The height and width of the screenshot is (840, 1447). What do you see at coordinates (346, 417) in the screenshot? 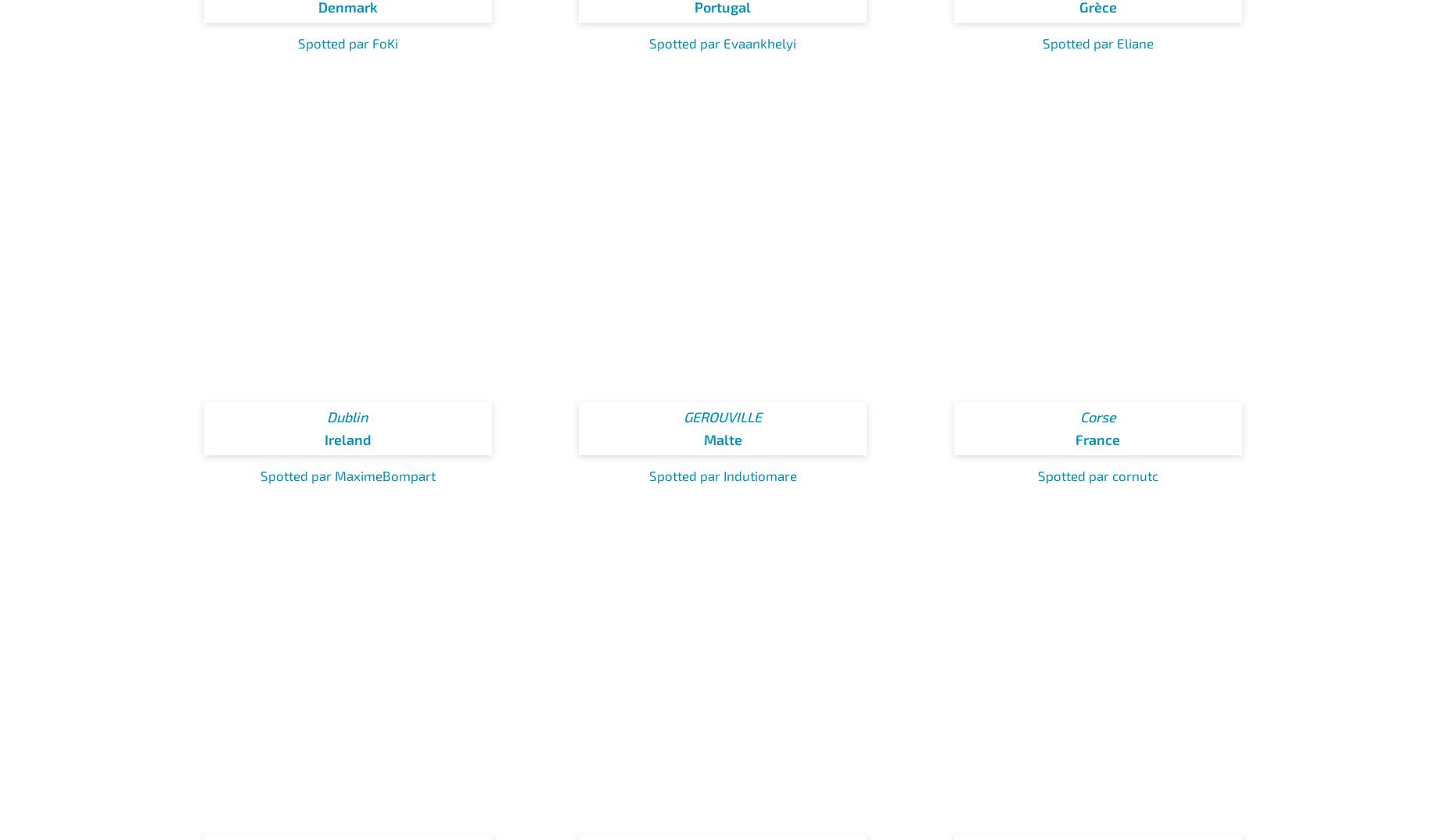
I see `'Dublin'` at bounding box center [346, 417].